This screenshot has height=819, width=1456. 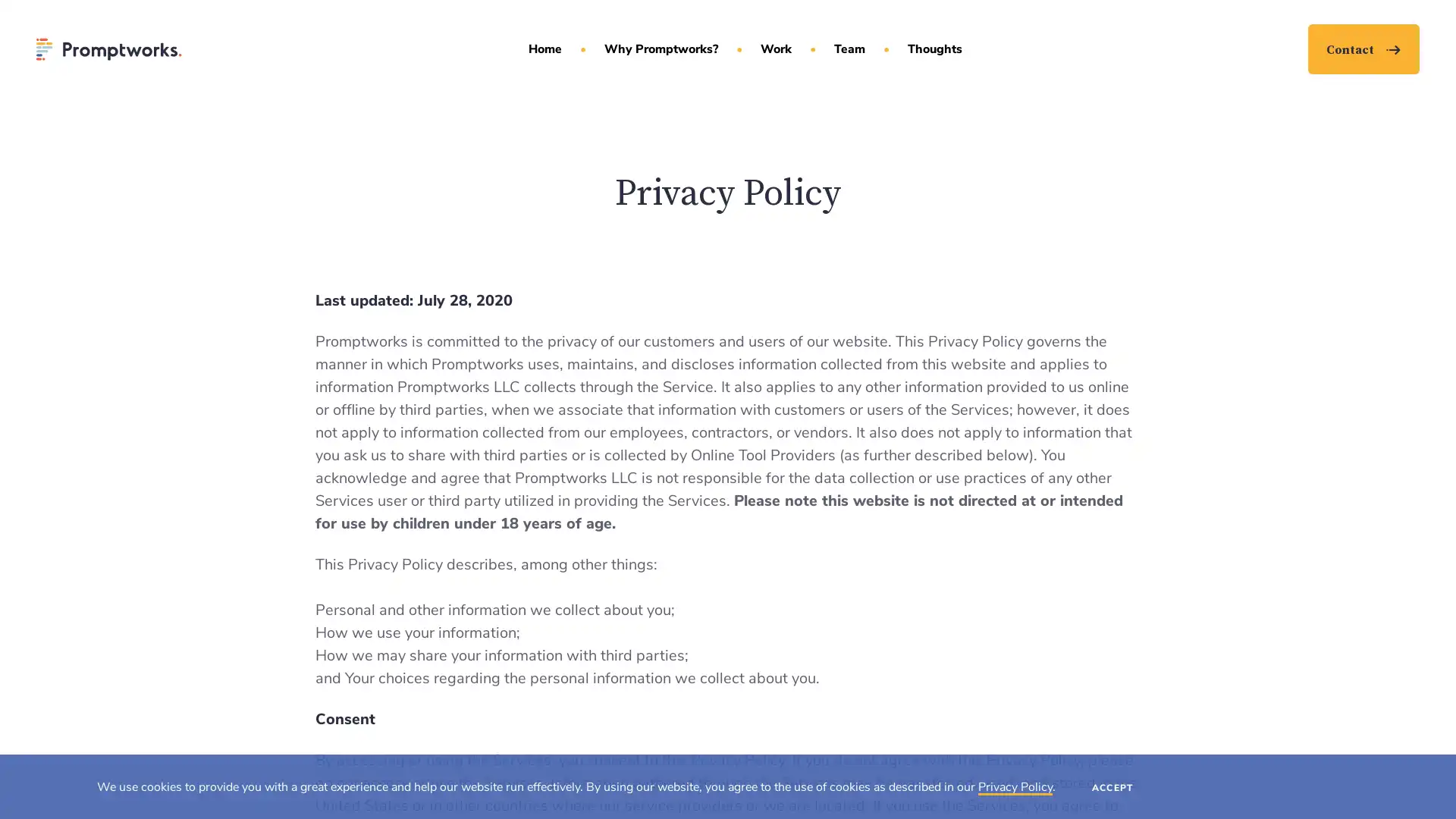 What do you see at coordinates (1112, 786) in the screenshot?
I see `ACCEPT` at bounding box center [1112, 786].